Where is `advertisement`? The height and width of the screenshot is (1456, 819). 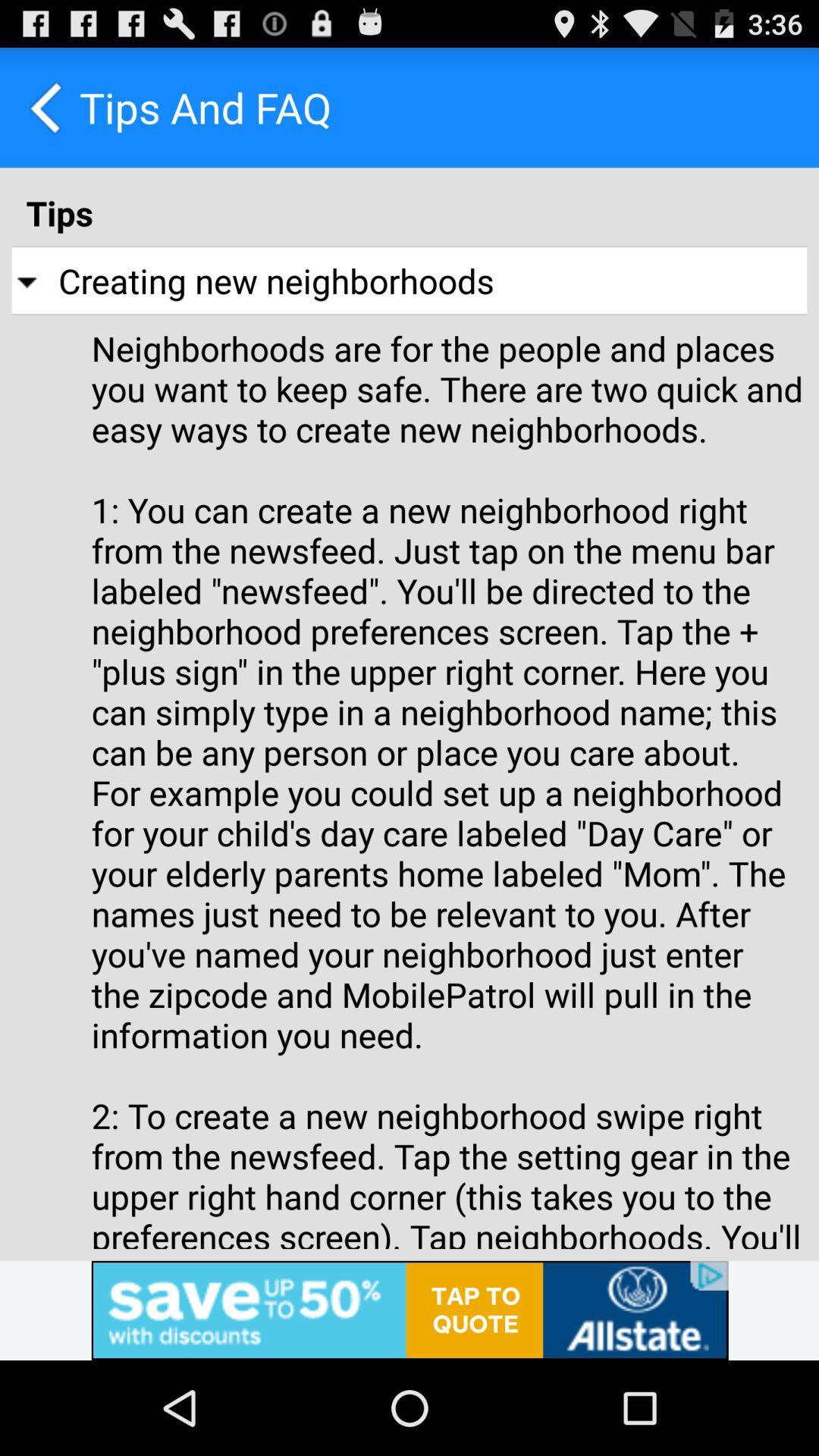 advertisement is located at coordinates (409, 1310).